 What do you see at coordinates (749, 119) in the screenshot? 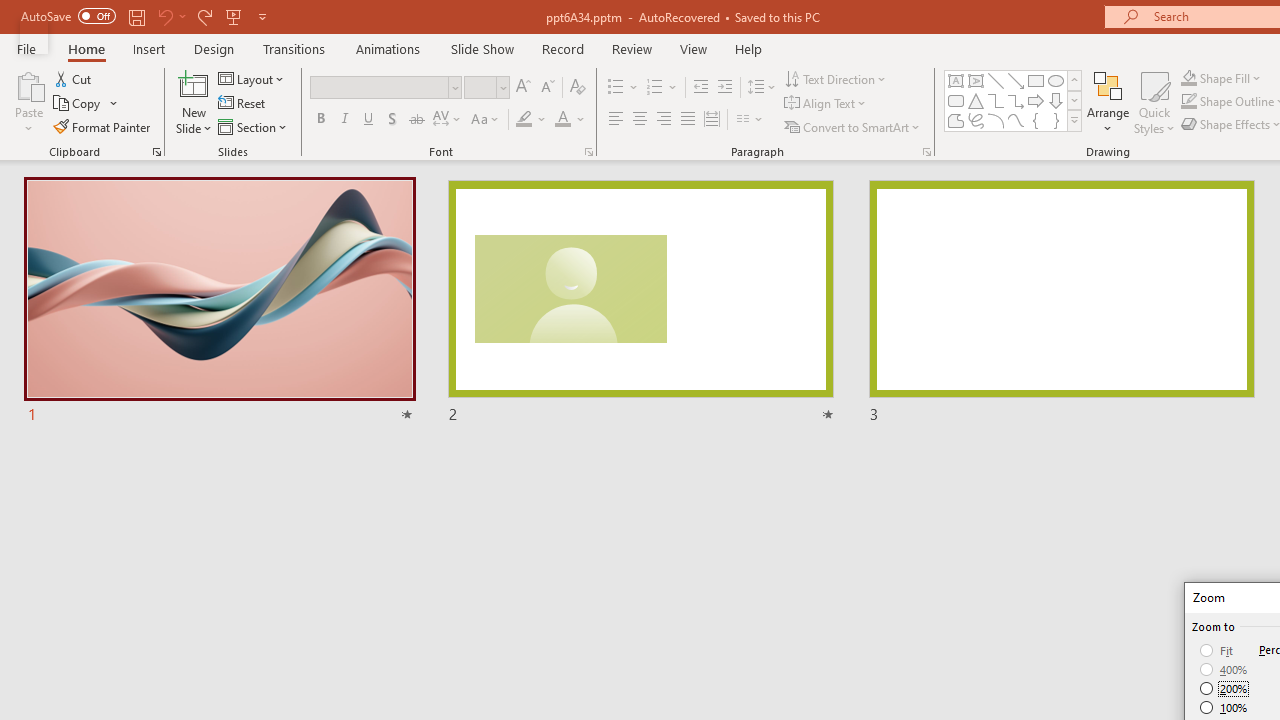
I see `'Columns'` at bounding box center [749, 119].